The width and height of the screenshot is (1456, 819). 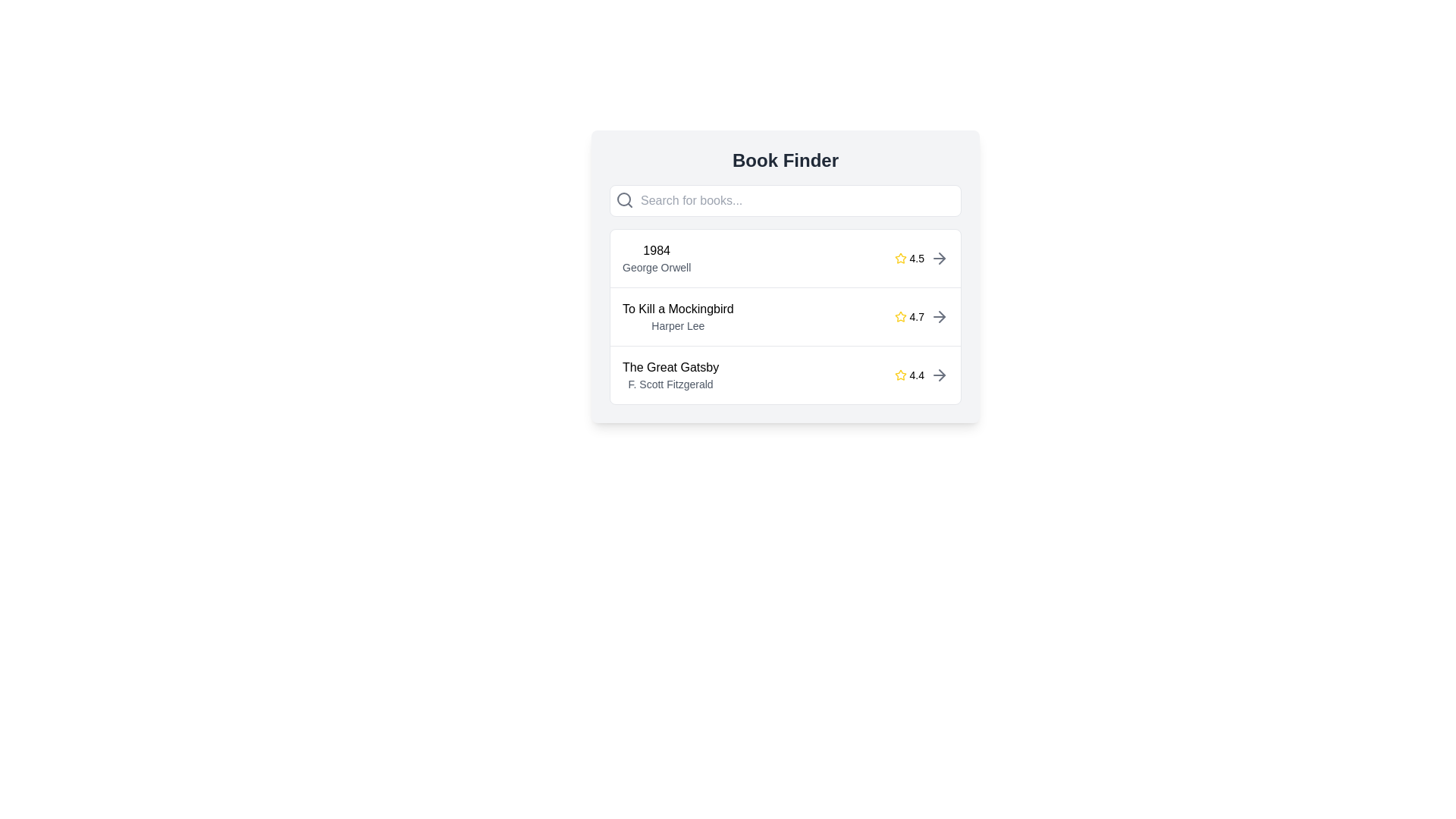 What do you see at coordinates (656, 257) in the screenshot?
I see `on the textual information display containing the title '1984' and author 'George Orwell'` at bounding box center [656, 257].